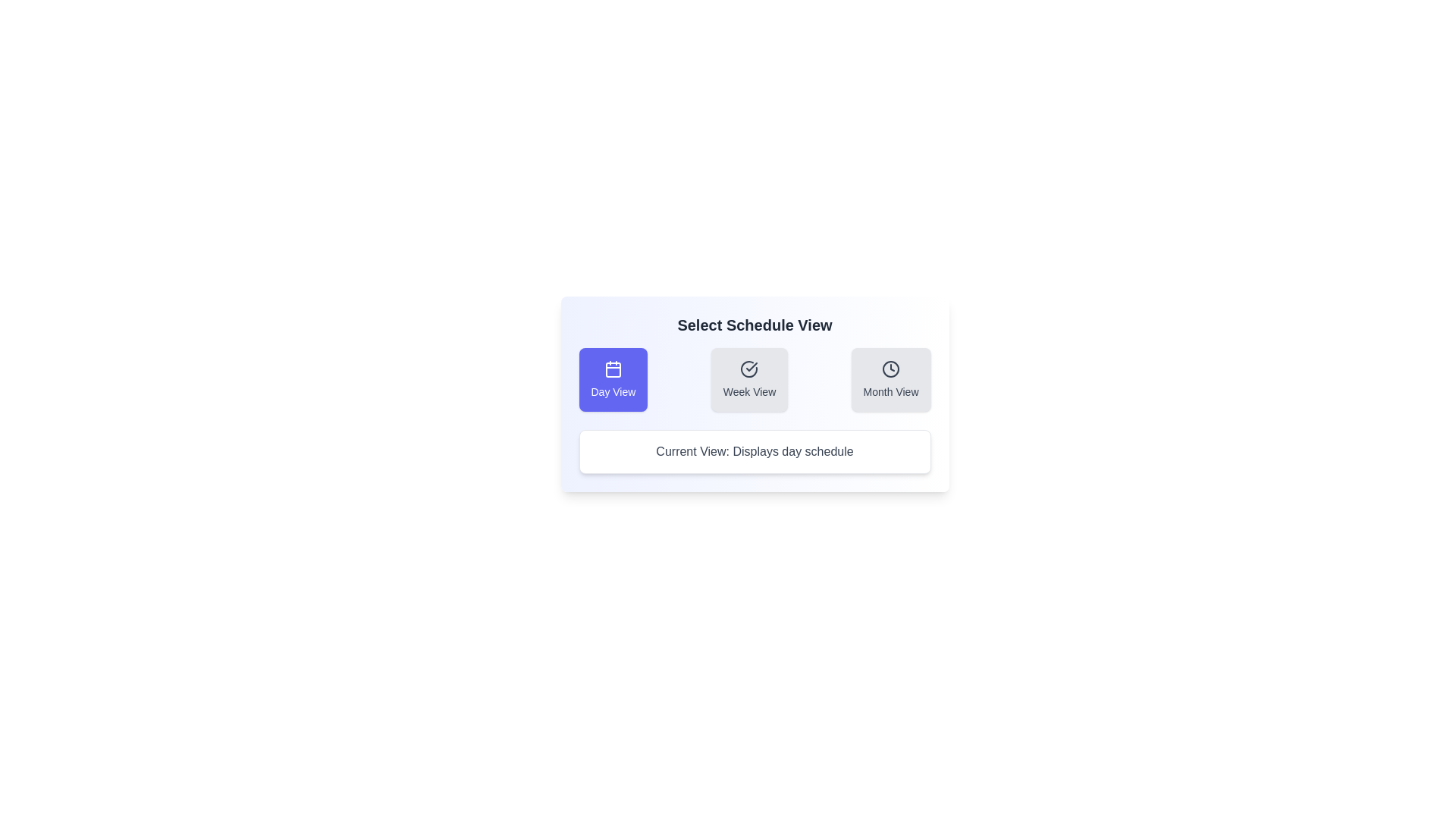 This screenshot has width=1456, height=819. Describe the element at coordinates (891, 379) in the screenshot. I see `the button corresponding to the desired schedule view: Month View` at that location.